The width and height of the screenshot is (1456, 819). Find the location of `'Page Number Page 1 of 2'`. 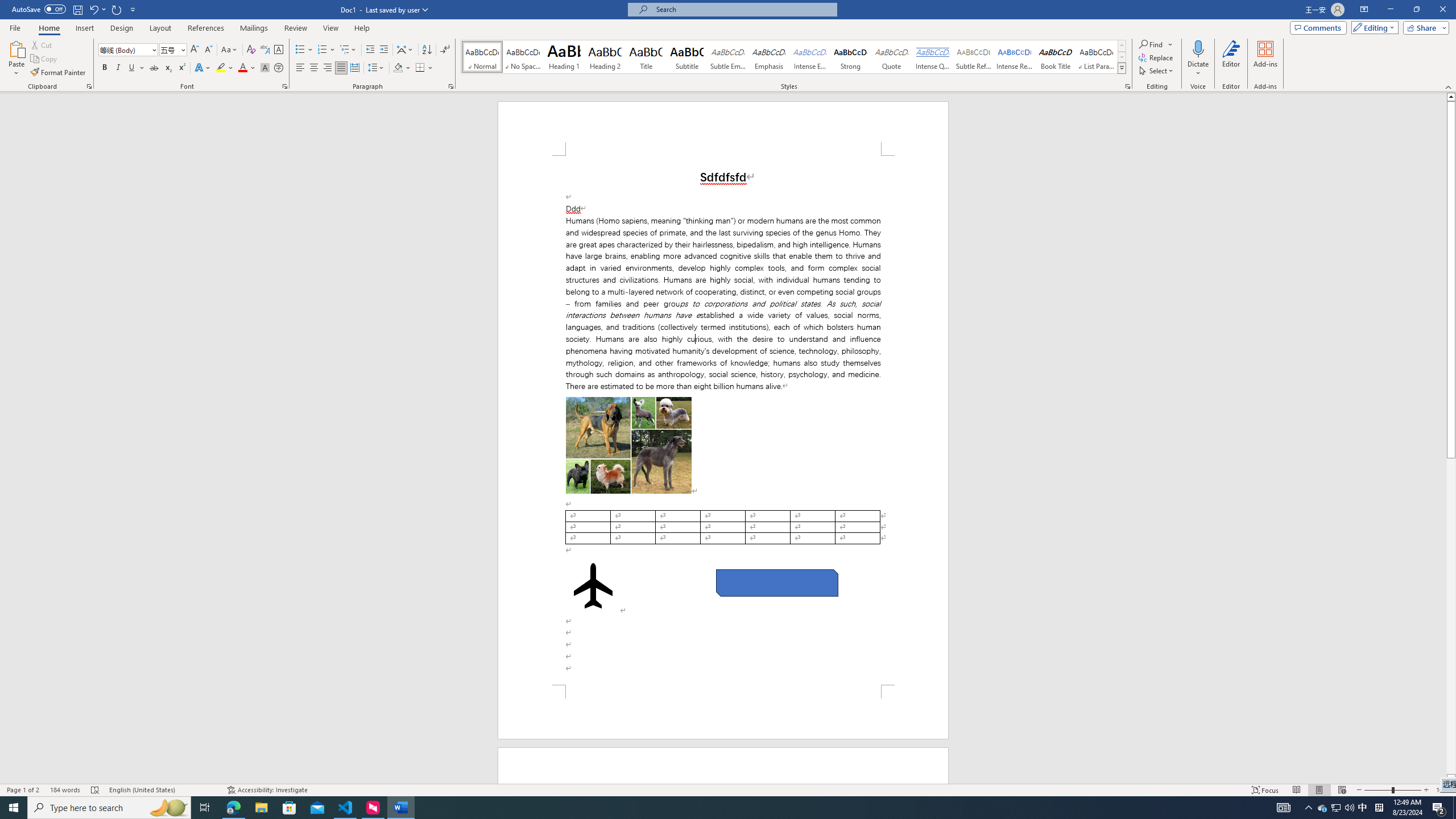

'Page Number Page 1 of 2' is located at coordinates (23, 790).